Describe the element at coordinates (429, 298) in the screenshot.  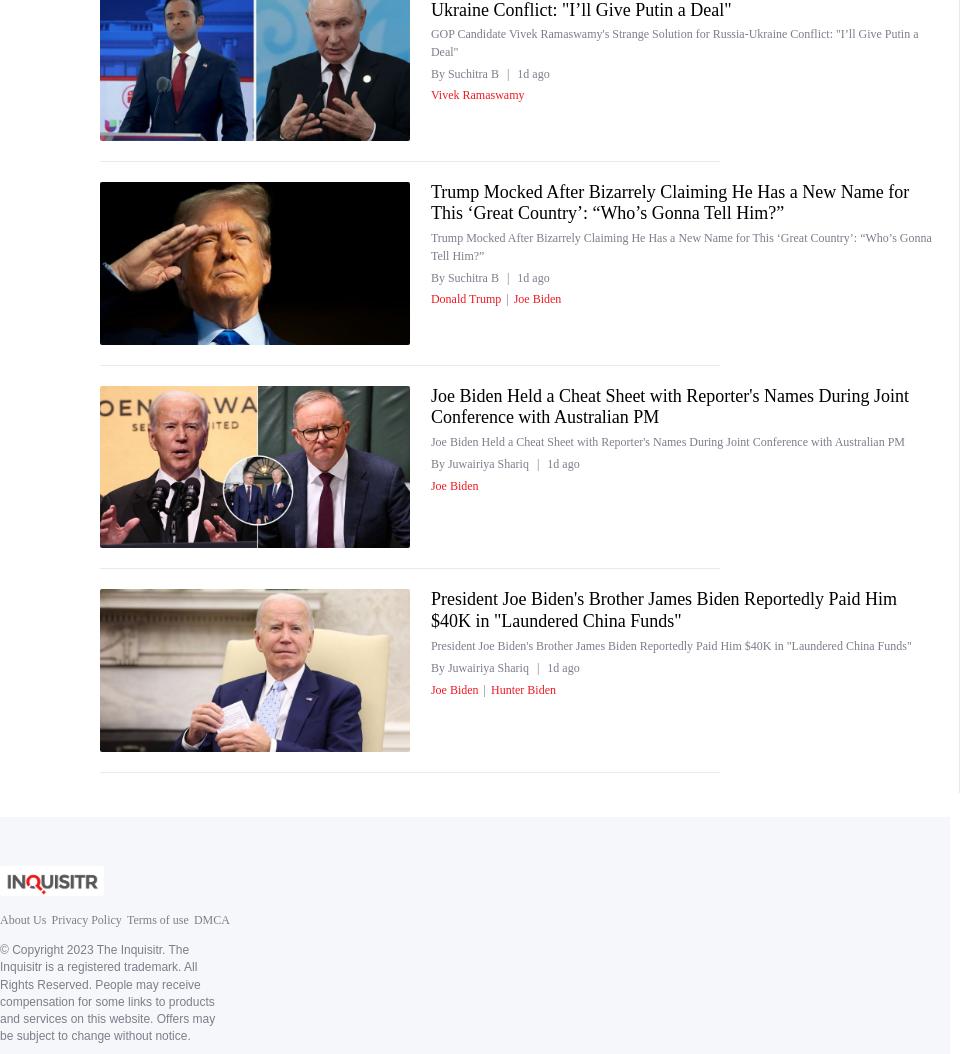
I see `'Donald Trump'` at that location.